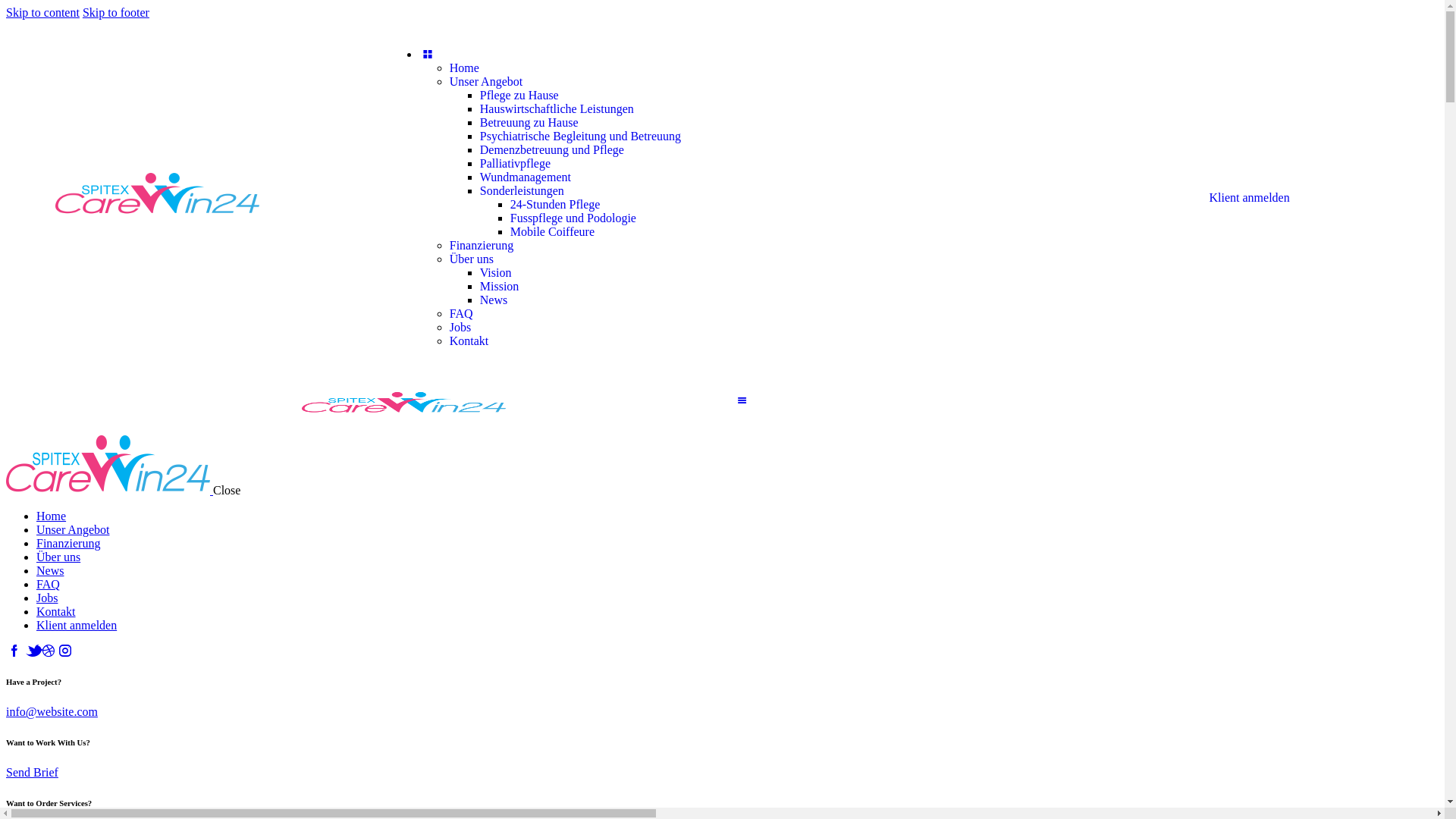  I want to click on 'Betreuung zu Hause', so click(529, 121).